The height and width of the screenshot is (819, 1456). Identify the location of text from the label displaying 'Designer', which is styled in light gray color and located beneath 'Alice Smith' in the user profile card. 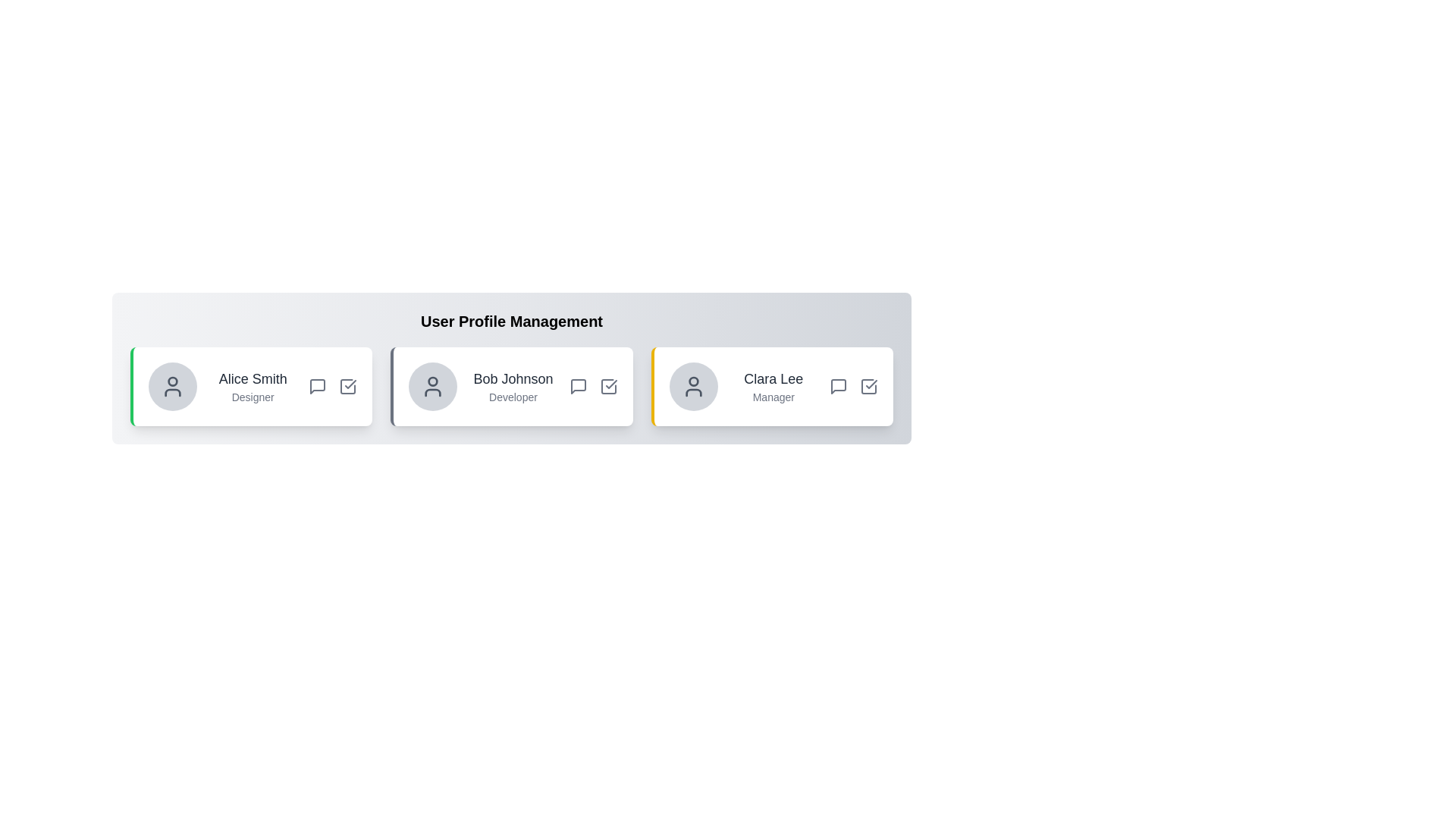
(253, 397).